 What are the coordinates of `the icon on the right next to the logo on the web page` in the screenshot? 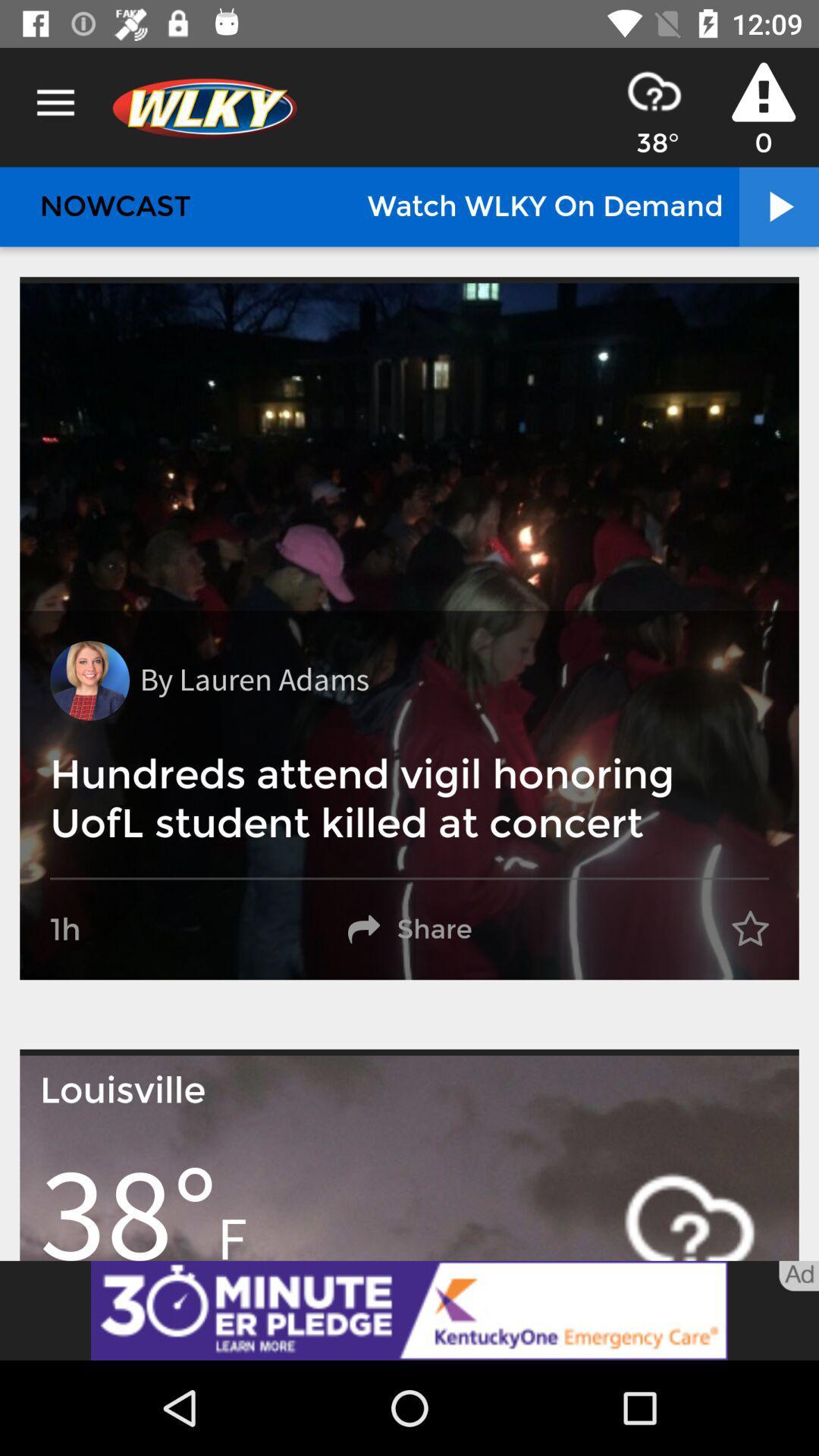 It's located at (654, 90).